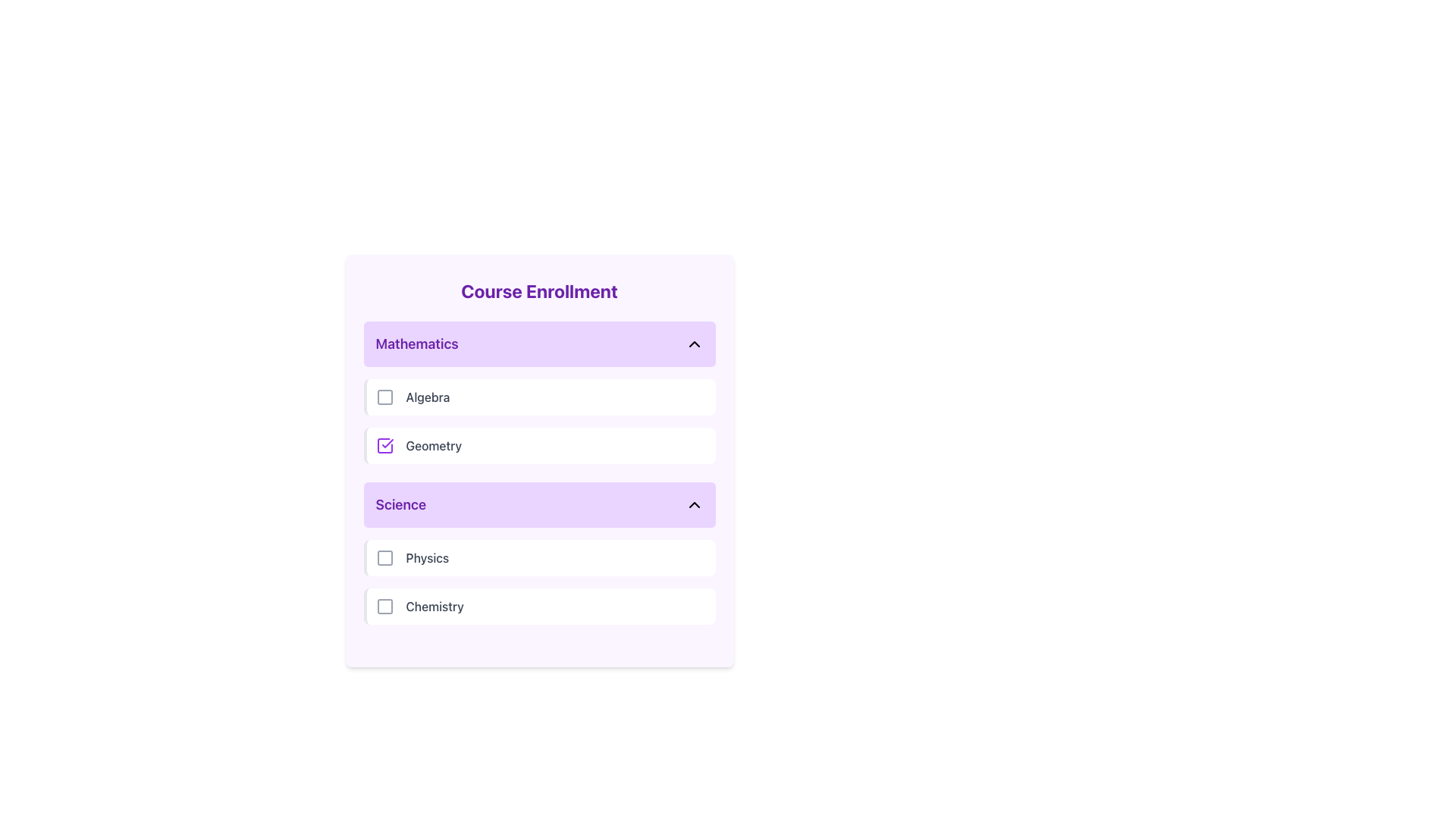  What do you see at coordinates (539, 558) in the screenshot?
I see `the checkbox of the first list item labeled 'Physics' under the 'Science' section` at bounding box center [539, 558].